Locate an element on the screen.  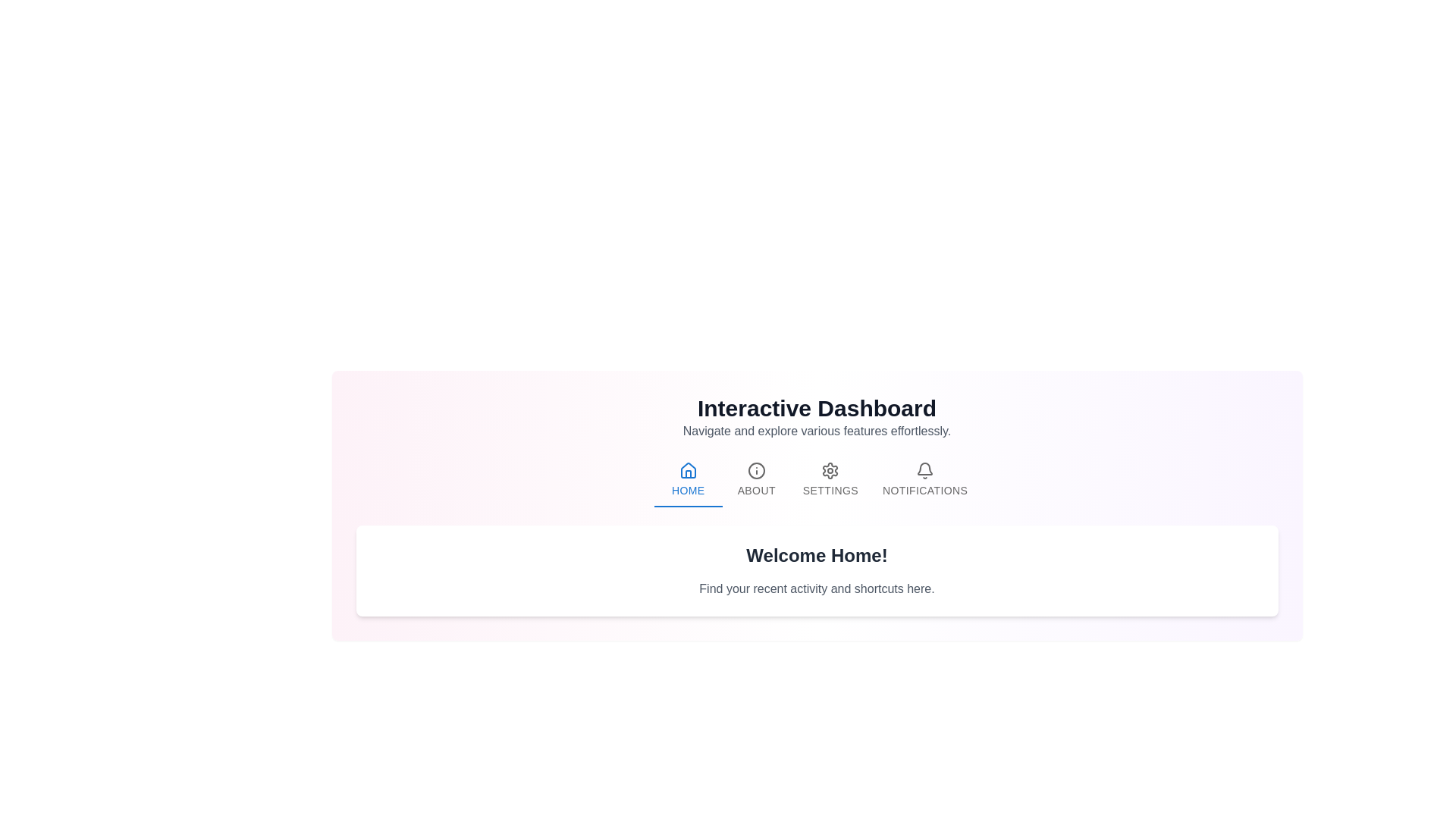
the 'About' navigation tab located in the horizontal navigation bar below the title 'Interactive Dashboard' is located at coordinates (756, 479).